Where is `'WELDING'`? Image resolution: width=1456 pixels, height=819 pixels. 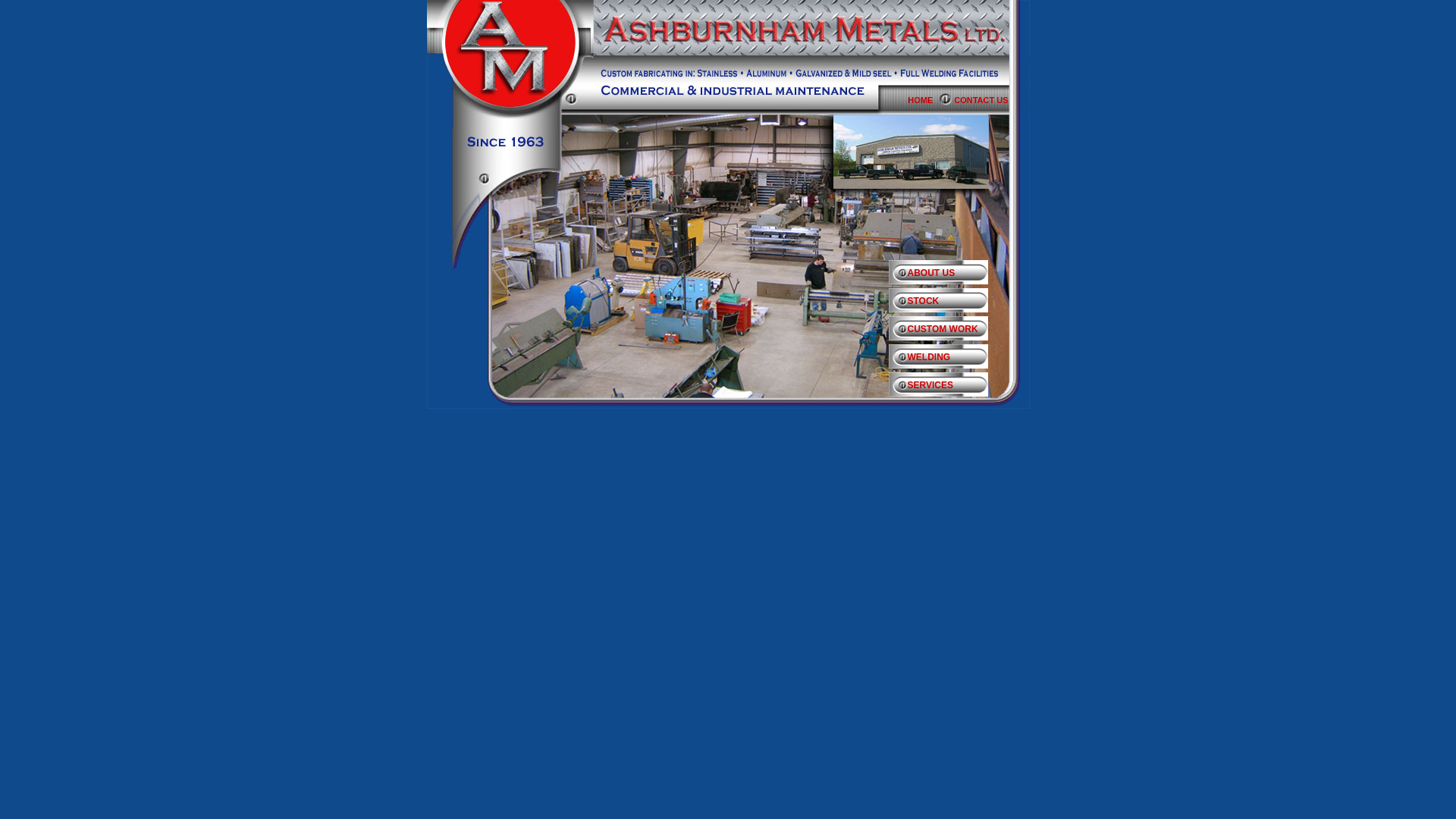
'WELDING' is located at coordinates (946, 359).